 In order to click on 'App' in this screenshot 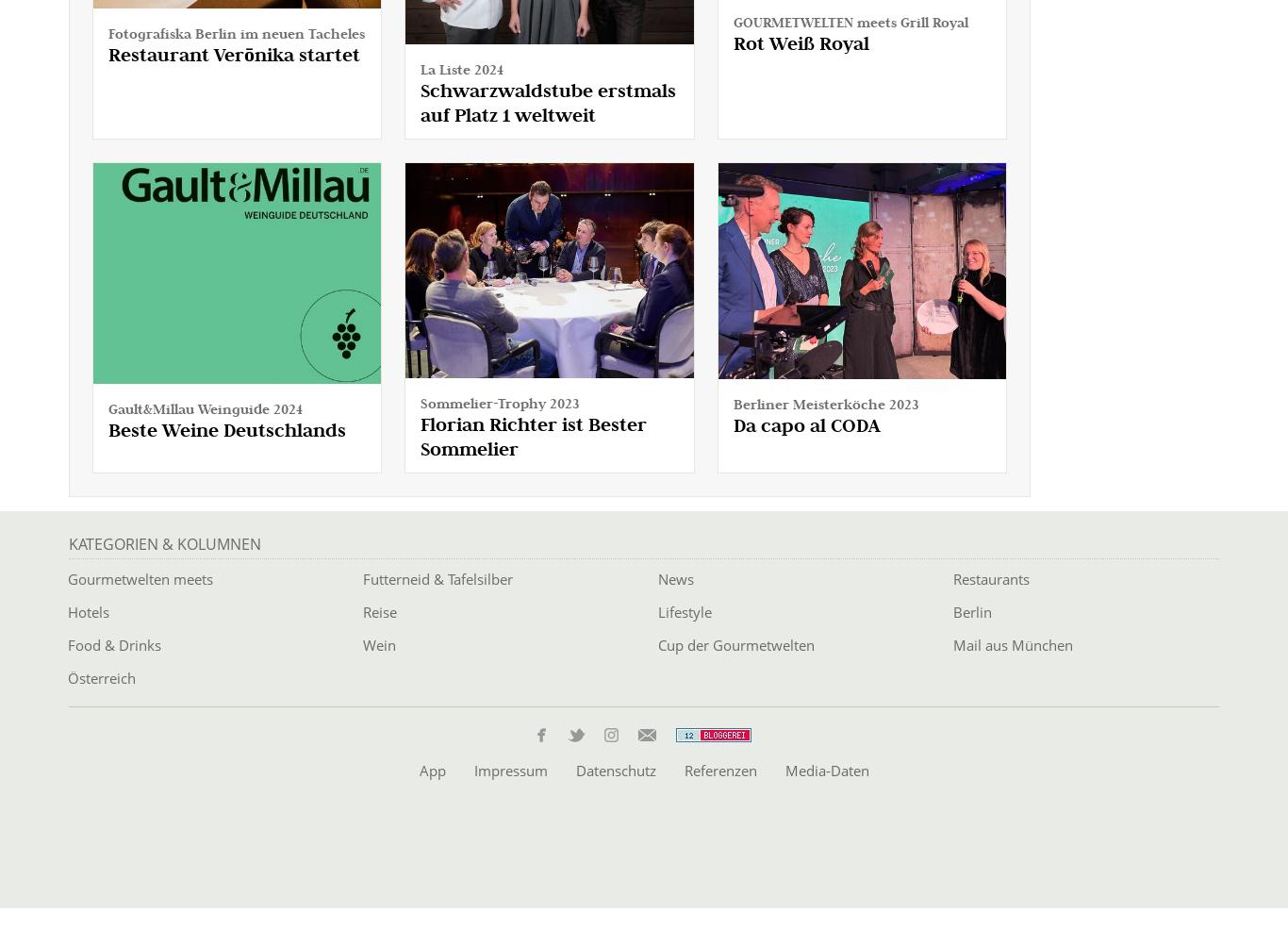, I will do `click(432, 769)`.